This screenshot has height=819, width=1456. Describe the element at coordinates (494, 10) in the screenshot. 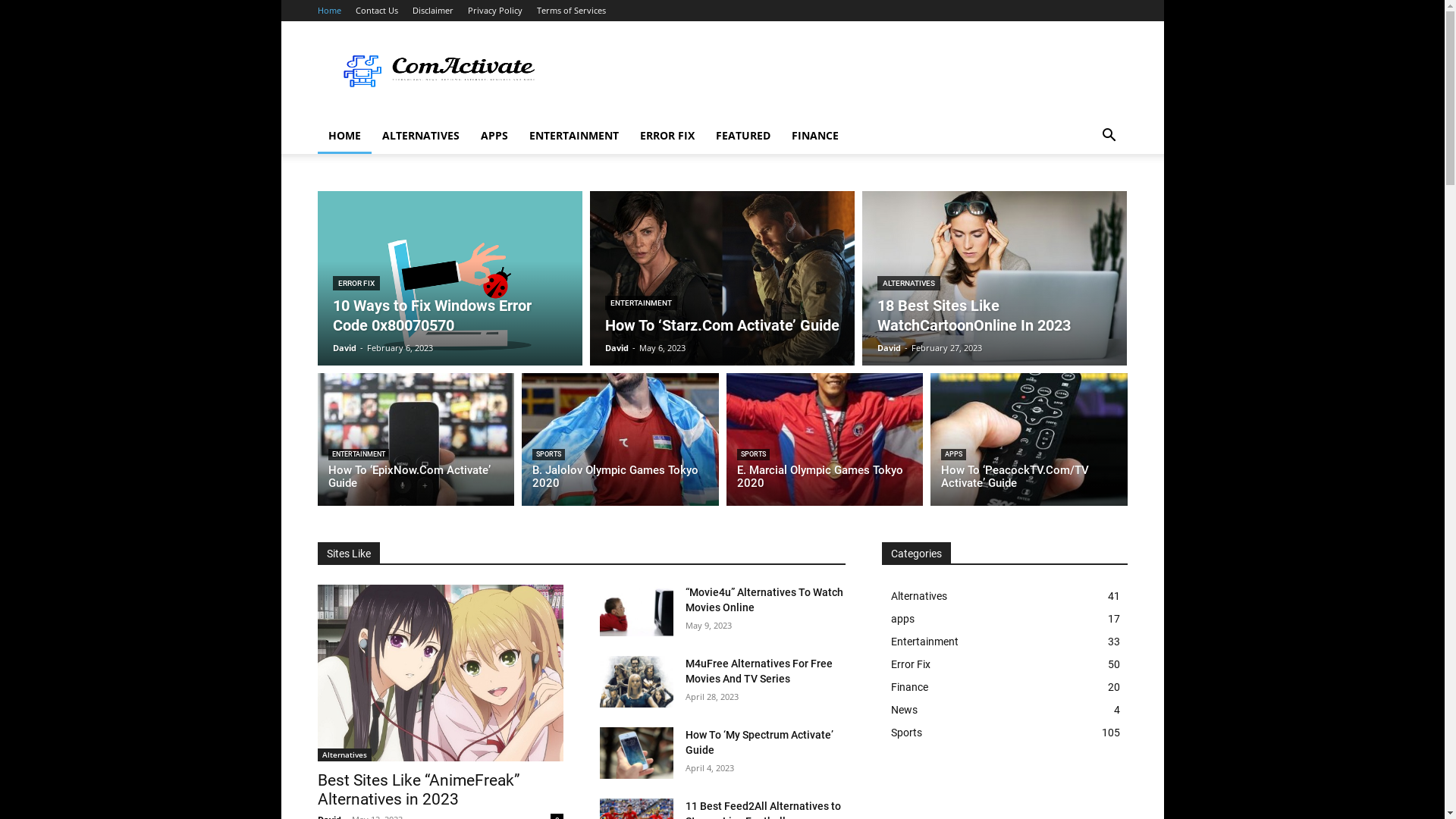

I see `'Privacy Policy'` at that location.